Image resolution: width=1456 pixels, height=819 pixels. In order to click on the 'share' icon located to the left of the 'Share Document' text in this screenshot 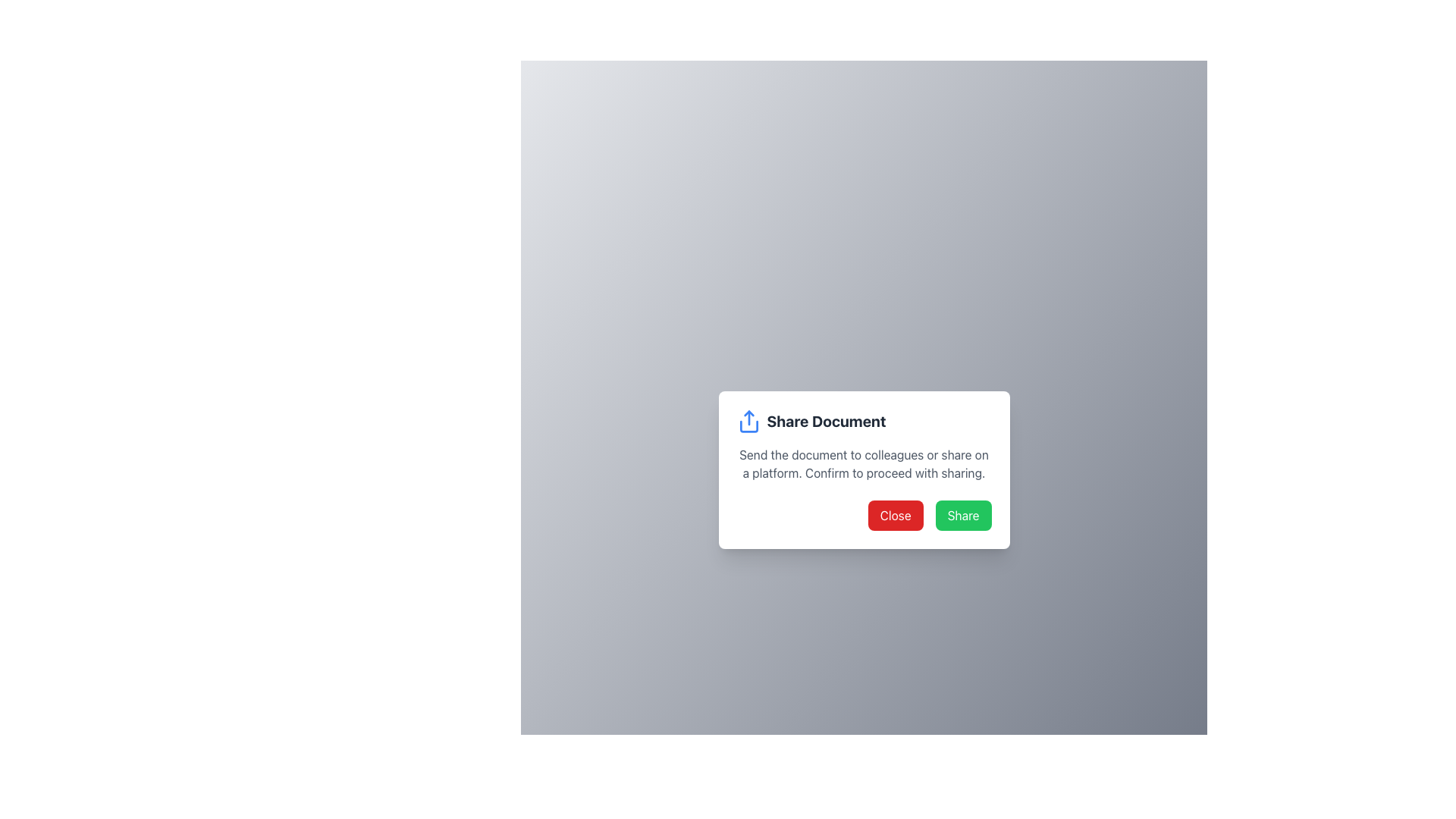, I will do `click(748, 421)`.